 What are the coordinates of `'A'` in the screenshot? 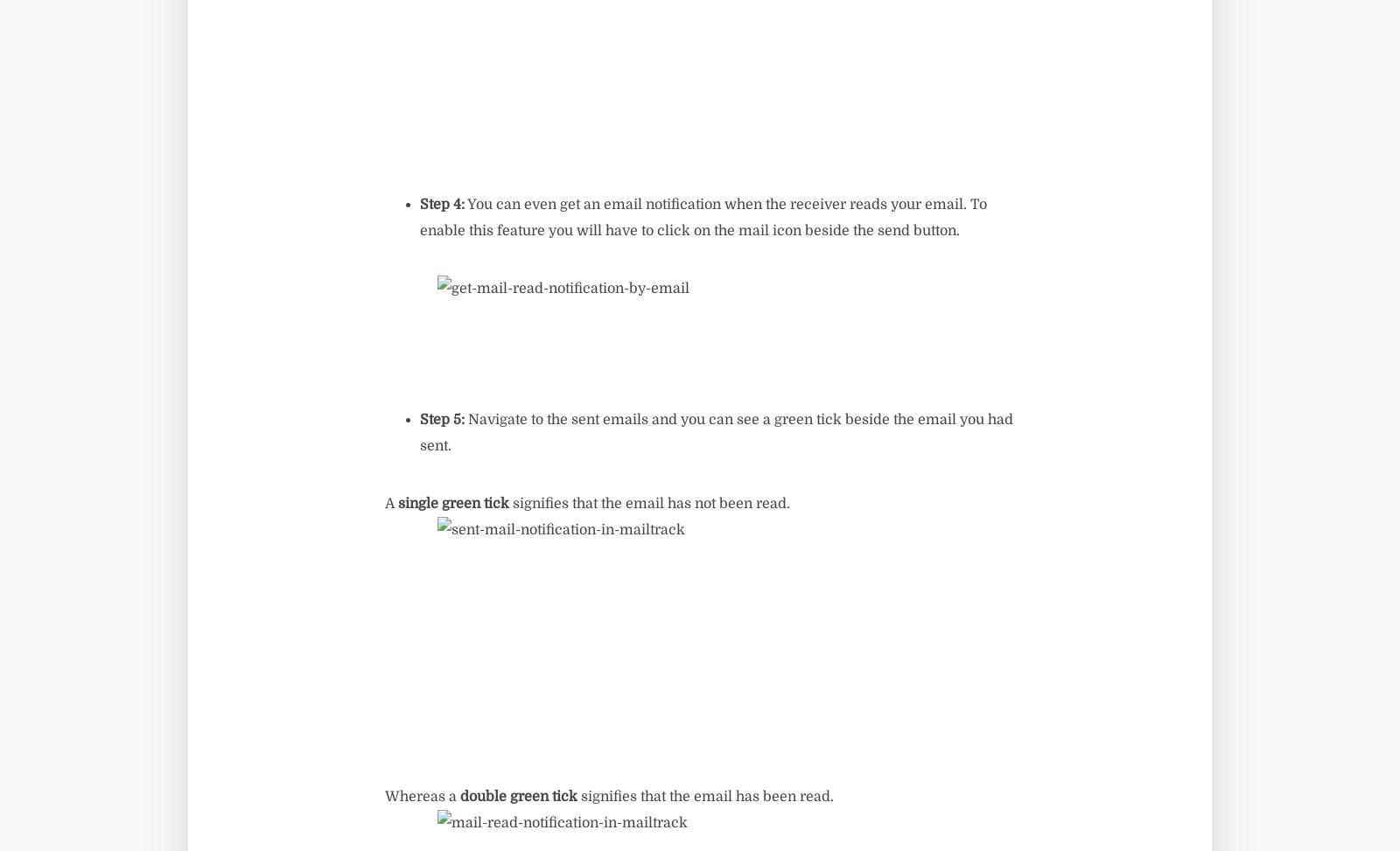 It's located at (390, 504).